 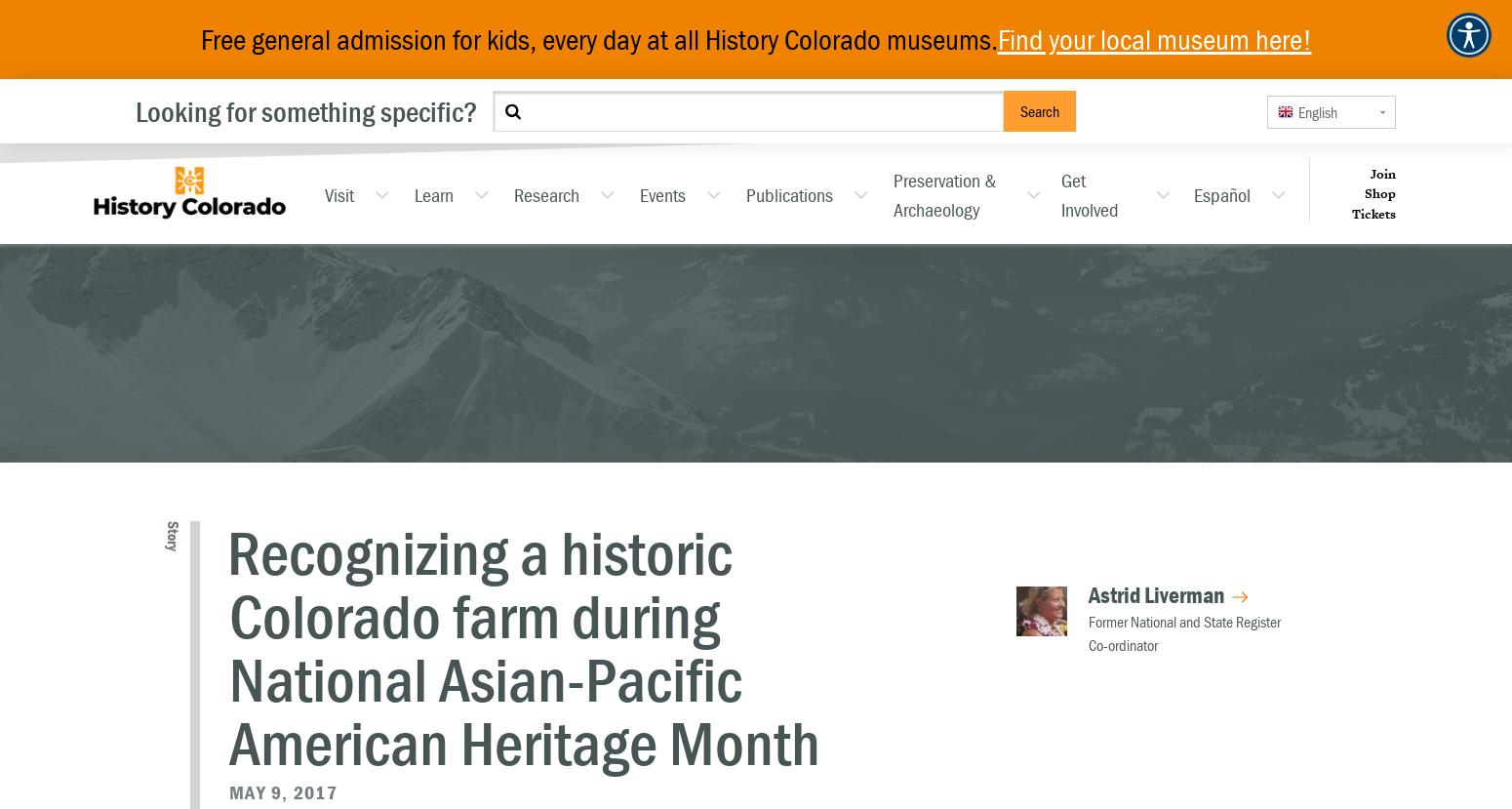 I want to click on 'Visit', so click(x=338, y=193).